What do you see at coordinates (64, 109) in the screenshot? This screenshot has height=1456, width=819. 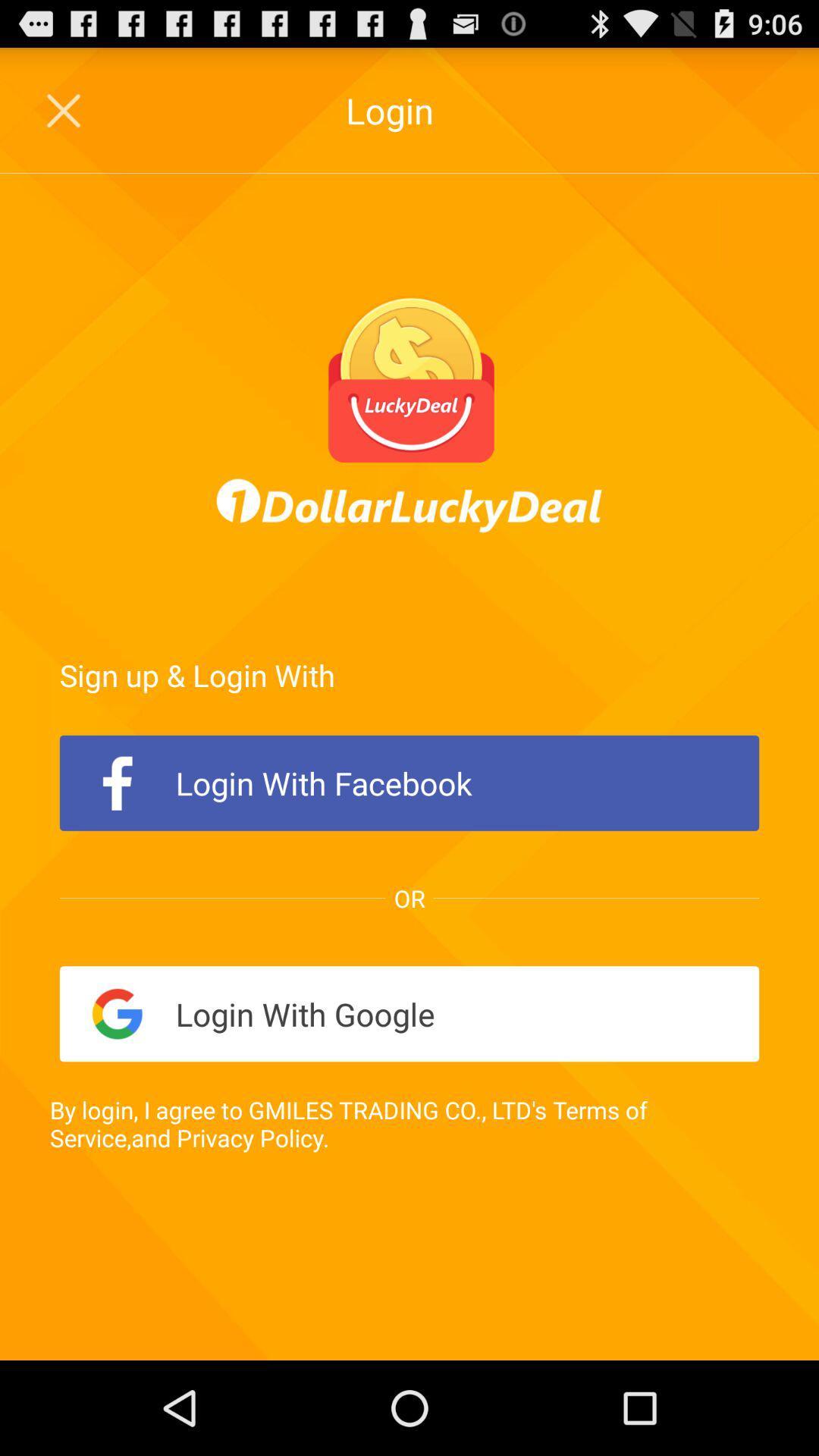 I see `the item at the top left corner` at bounding box center [64, 109].